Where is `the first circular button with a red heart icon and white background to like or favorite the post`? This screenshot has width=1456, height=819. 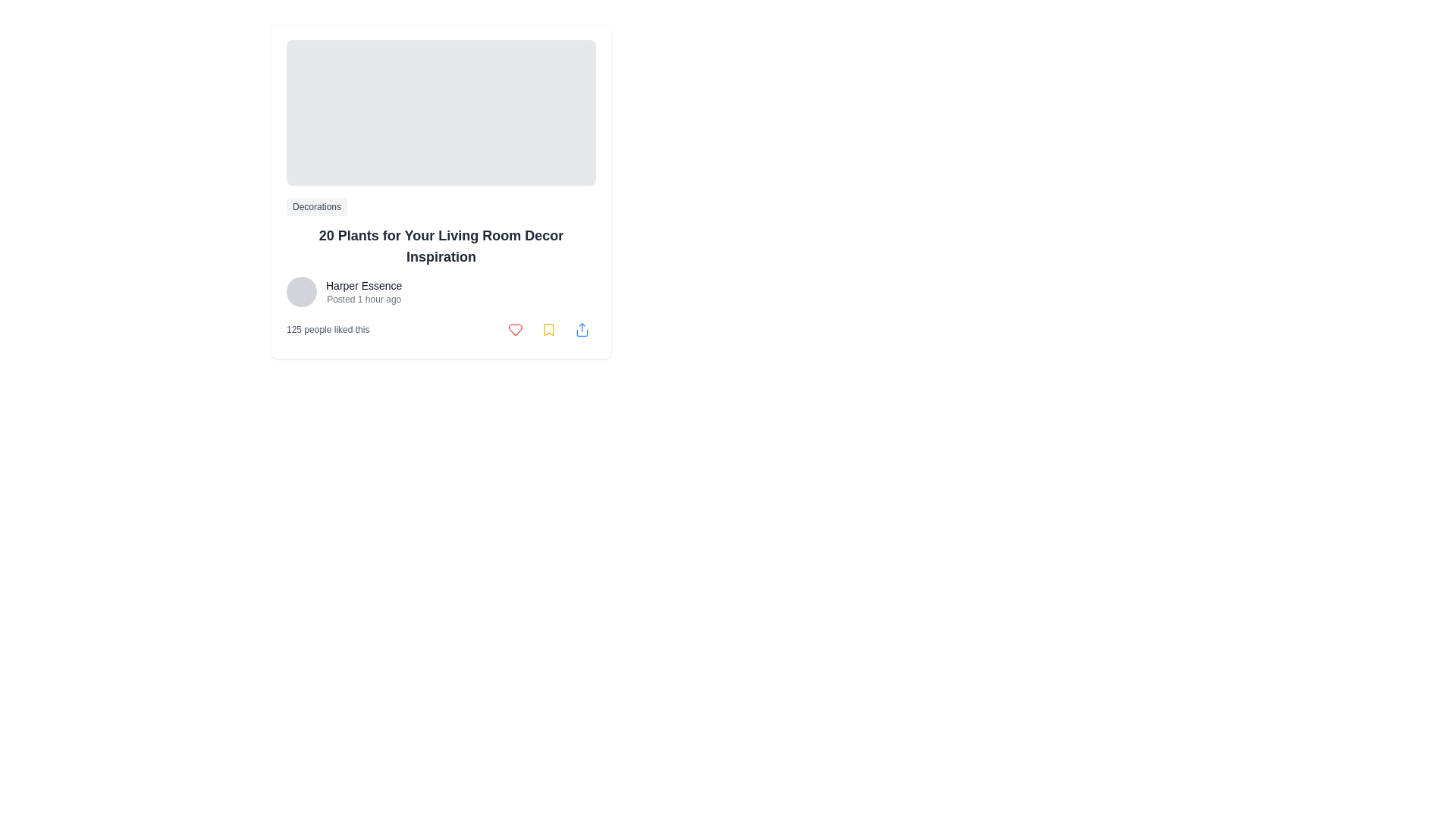 the first circular button with a red heart icon and white background to like or favorite the post is located at coordinates (516, 329).